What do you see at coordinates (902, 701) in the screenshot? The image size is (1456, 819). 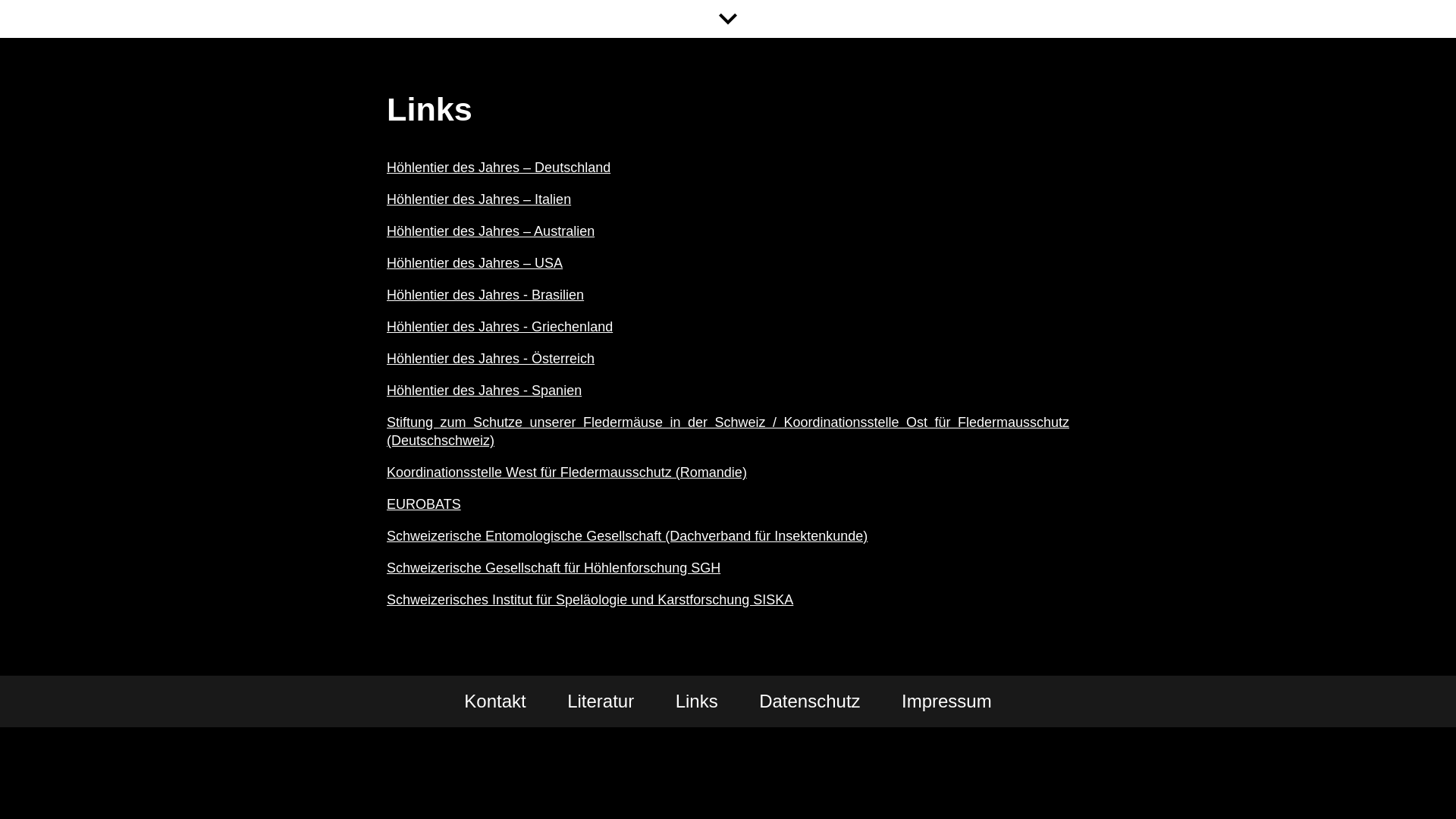 I see `'Impressum'` at bounding box center [902, 701].